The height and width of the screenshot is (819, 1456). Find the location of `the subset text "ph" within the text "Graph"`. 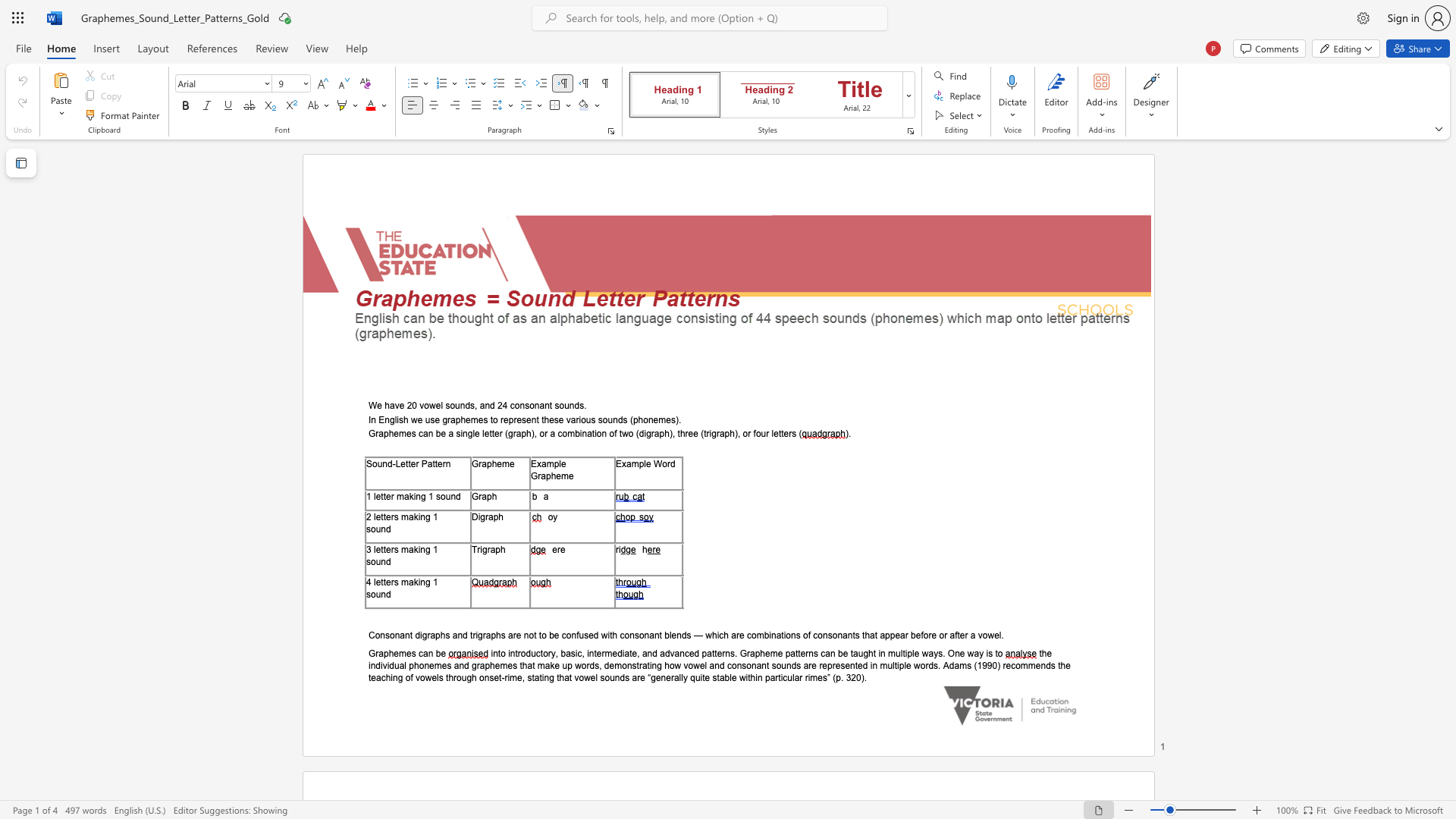

the subset text "ph" within the text "Graph" is located at coordinates (487, 496).